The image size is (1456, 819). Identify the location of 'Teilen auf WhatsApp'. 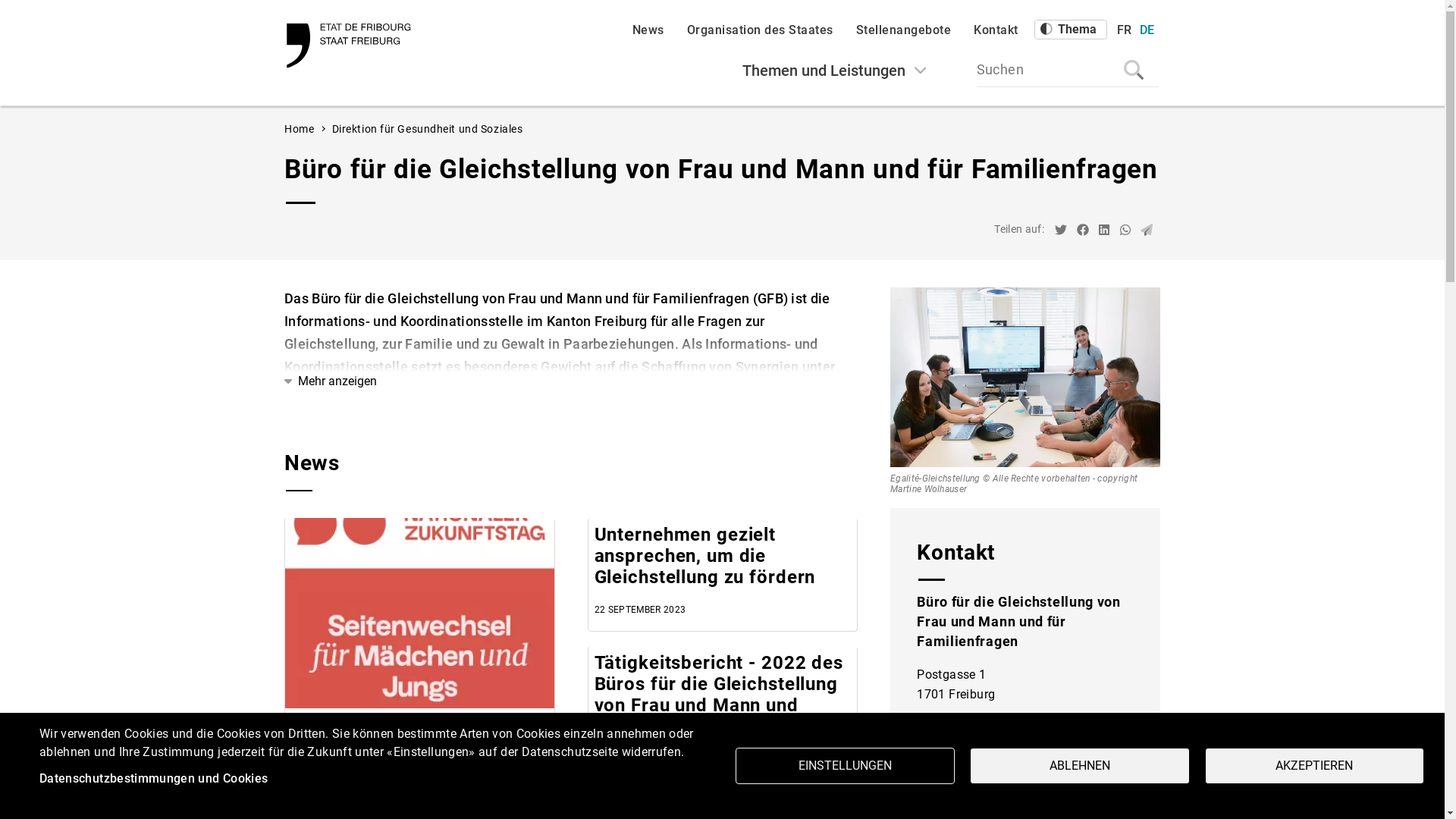
(1125, 231).